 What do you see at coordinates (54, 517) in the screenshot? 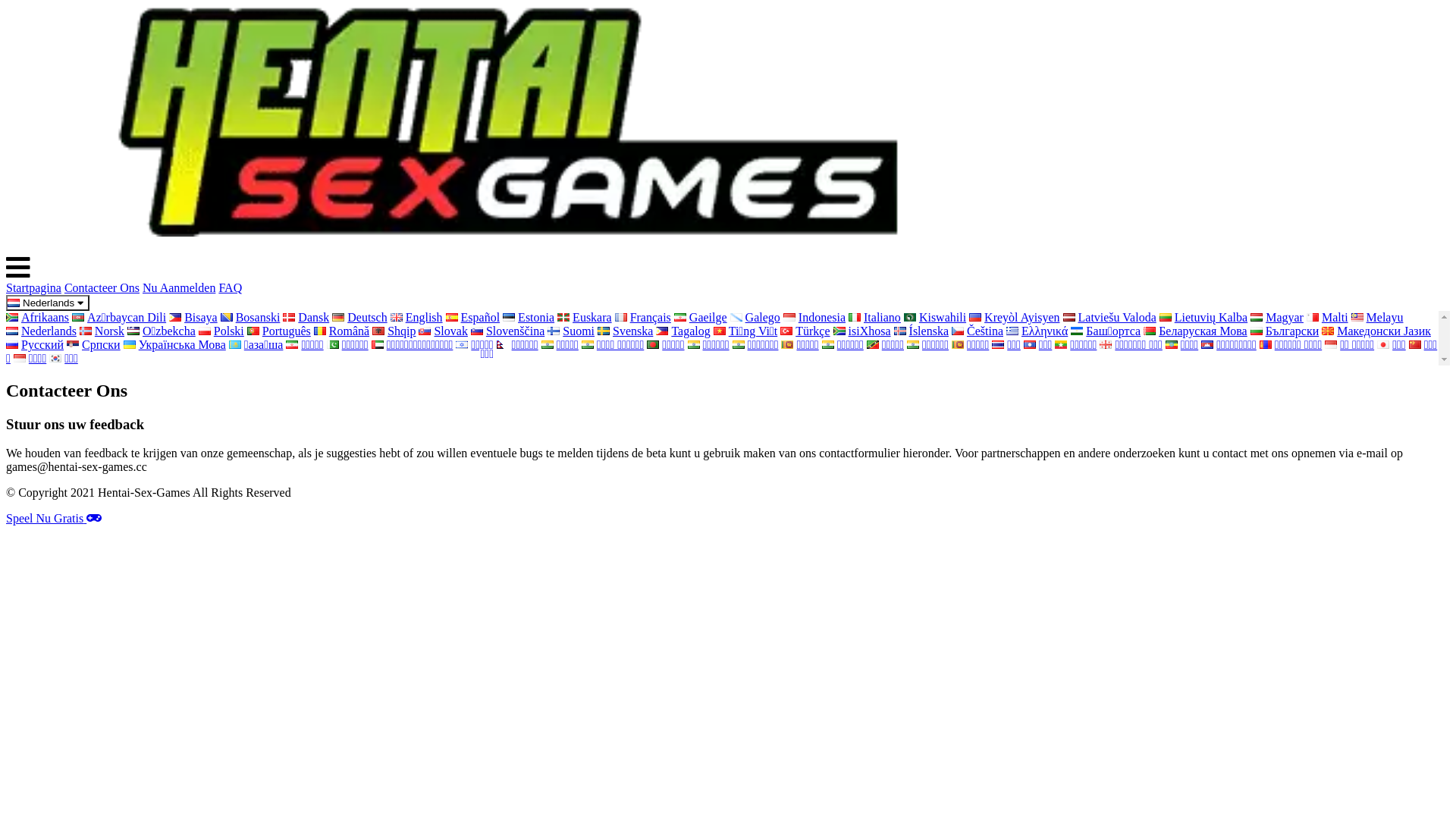
I see `'Speel Nu Gratis'` at bounding box center [54, 517].